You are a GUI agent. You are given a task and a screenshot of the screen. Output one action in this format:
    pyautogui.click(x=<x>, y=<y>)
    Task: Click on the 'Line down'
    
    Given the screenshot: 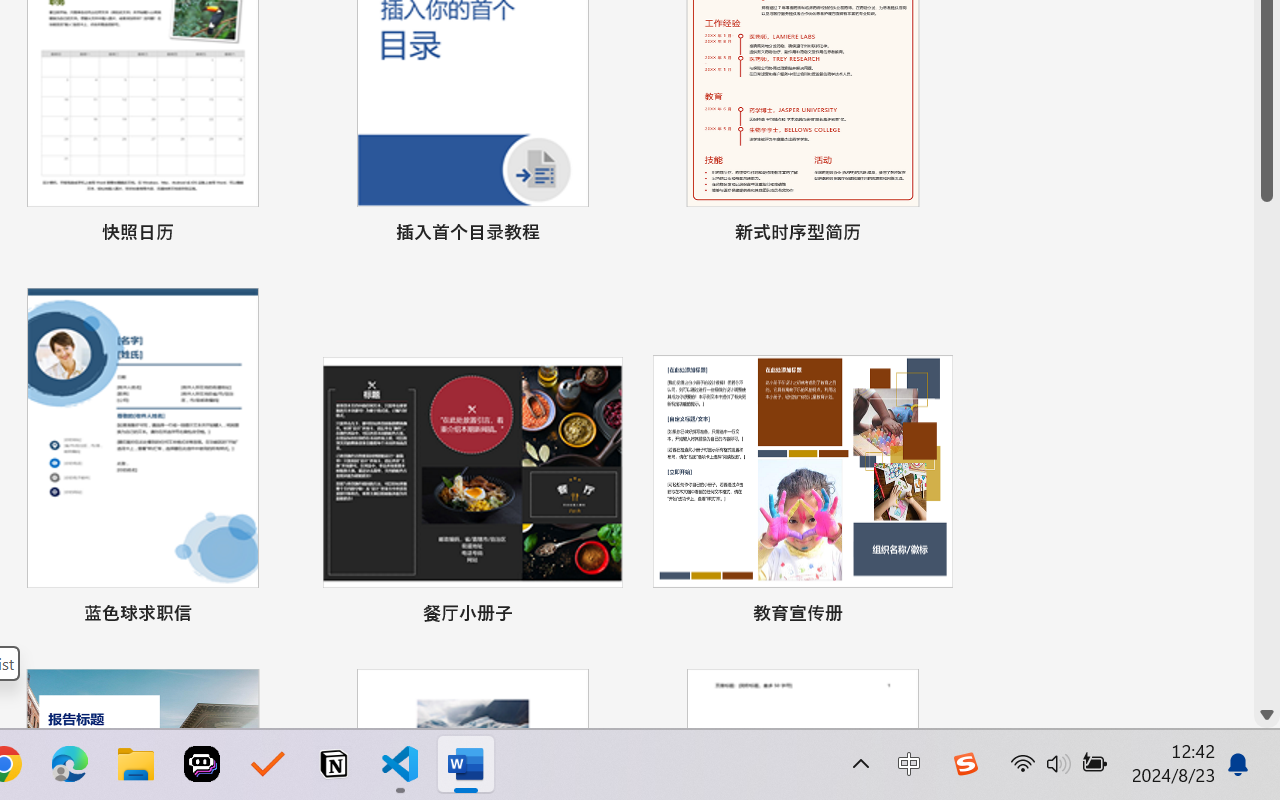 What is the action you would take?
    pyautogui.click(x=1266, y=714)
    